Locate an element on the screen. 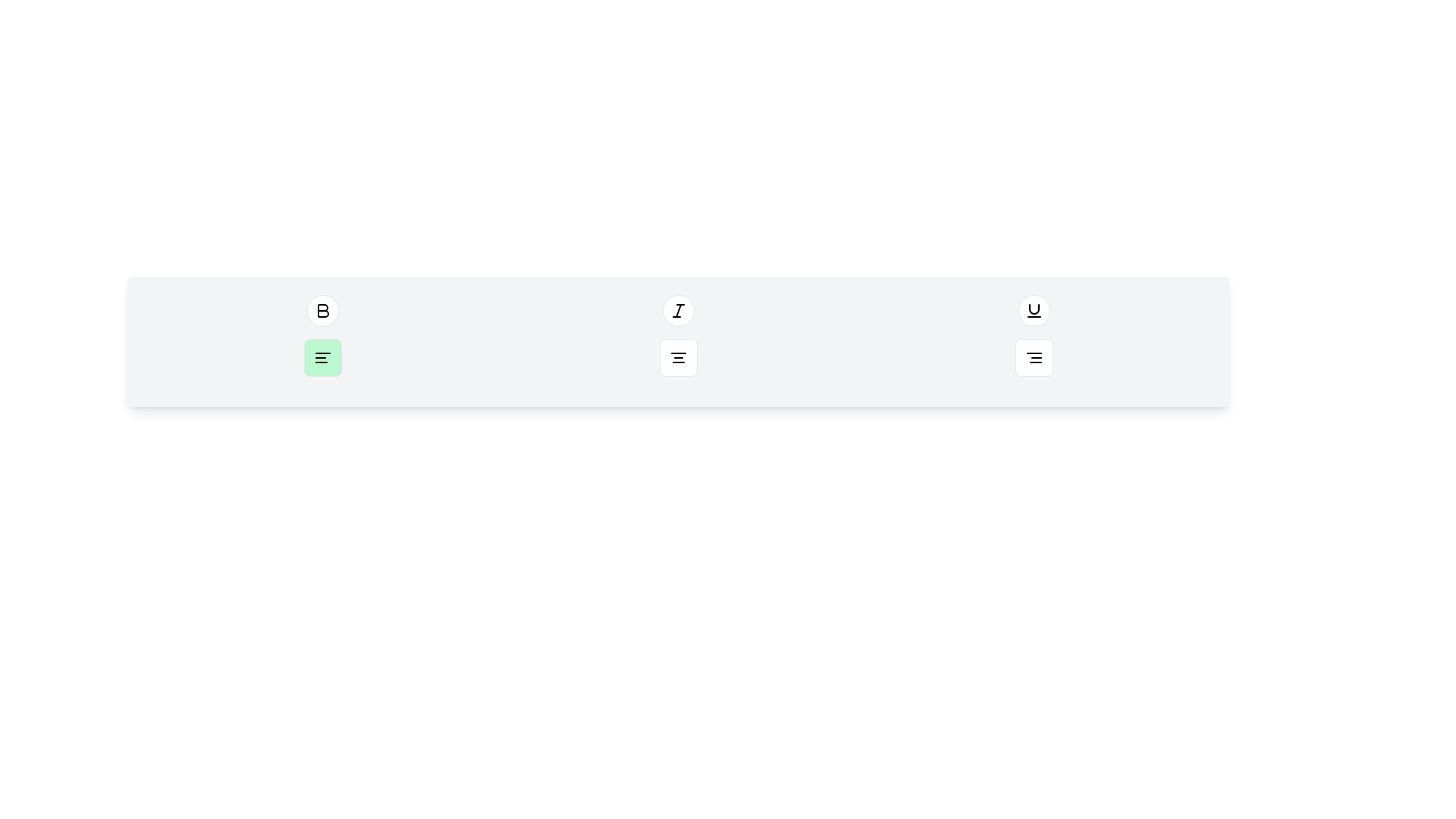 This screenshot has height=819, width=1456. the underline formatting button located at the right end of the horizontal button group in the text editor toolset to apply underline formatting to the selected text is located at coordinates (1033, 309).